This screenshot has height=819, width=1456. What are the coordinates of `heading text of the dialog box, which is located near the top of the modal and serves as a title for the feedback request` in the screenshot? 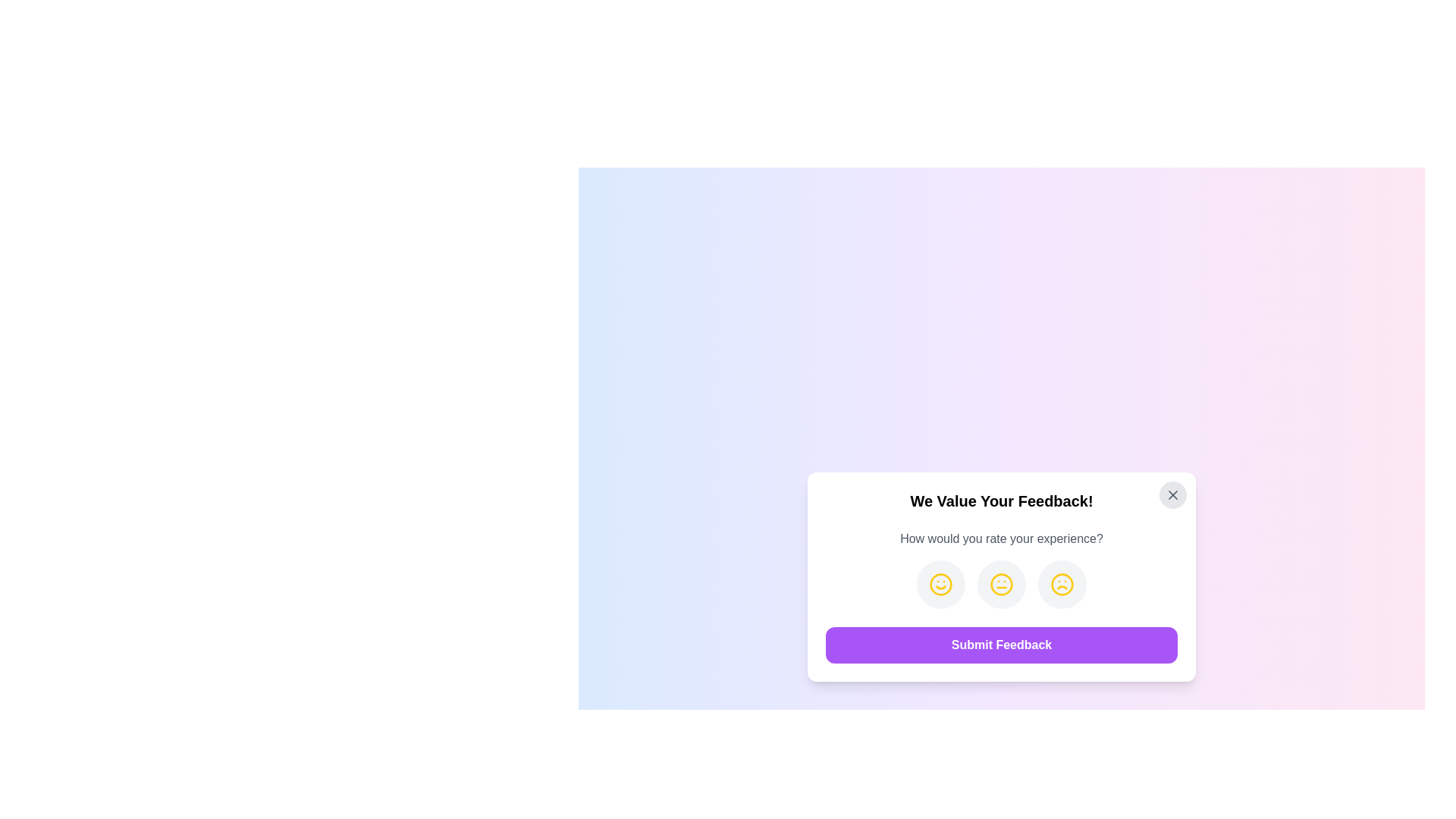 It's located at (1001, 500).